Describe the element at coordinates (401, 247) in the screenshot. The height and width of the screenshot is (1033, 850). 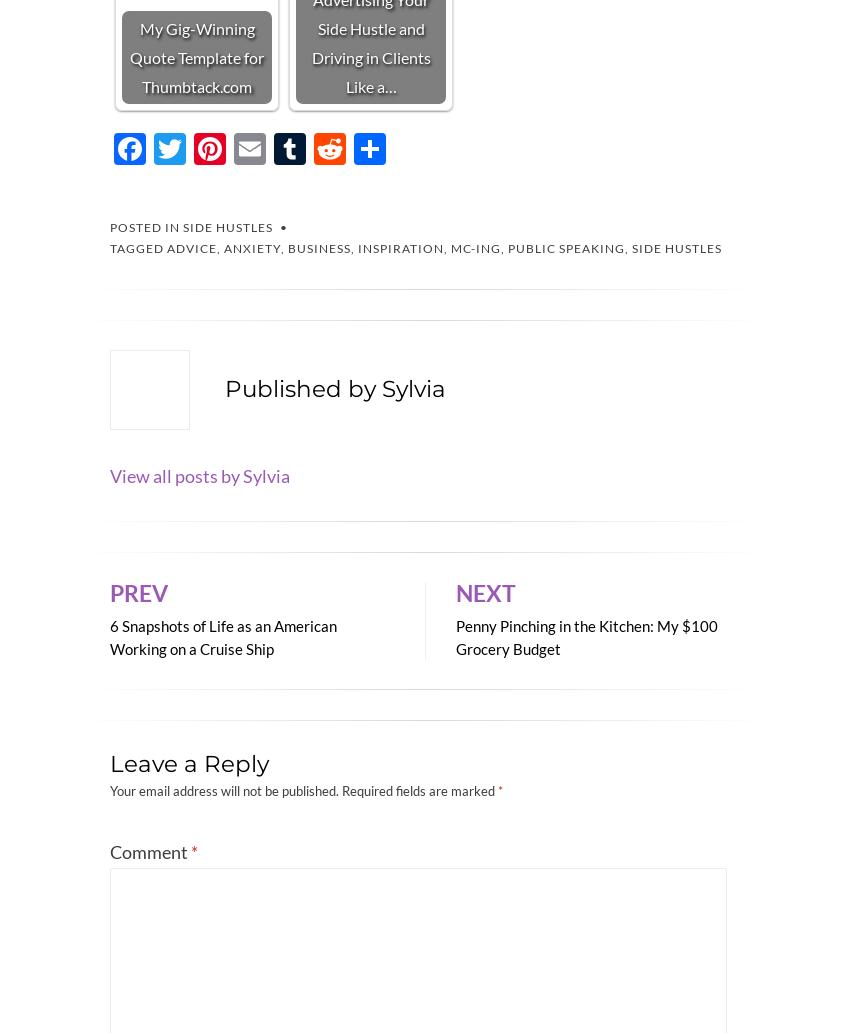
I see `'inspiration'` at that location.